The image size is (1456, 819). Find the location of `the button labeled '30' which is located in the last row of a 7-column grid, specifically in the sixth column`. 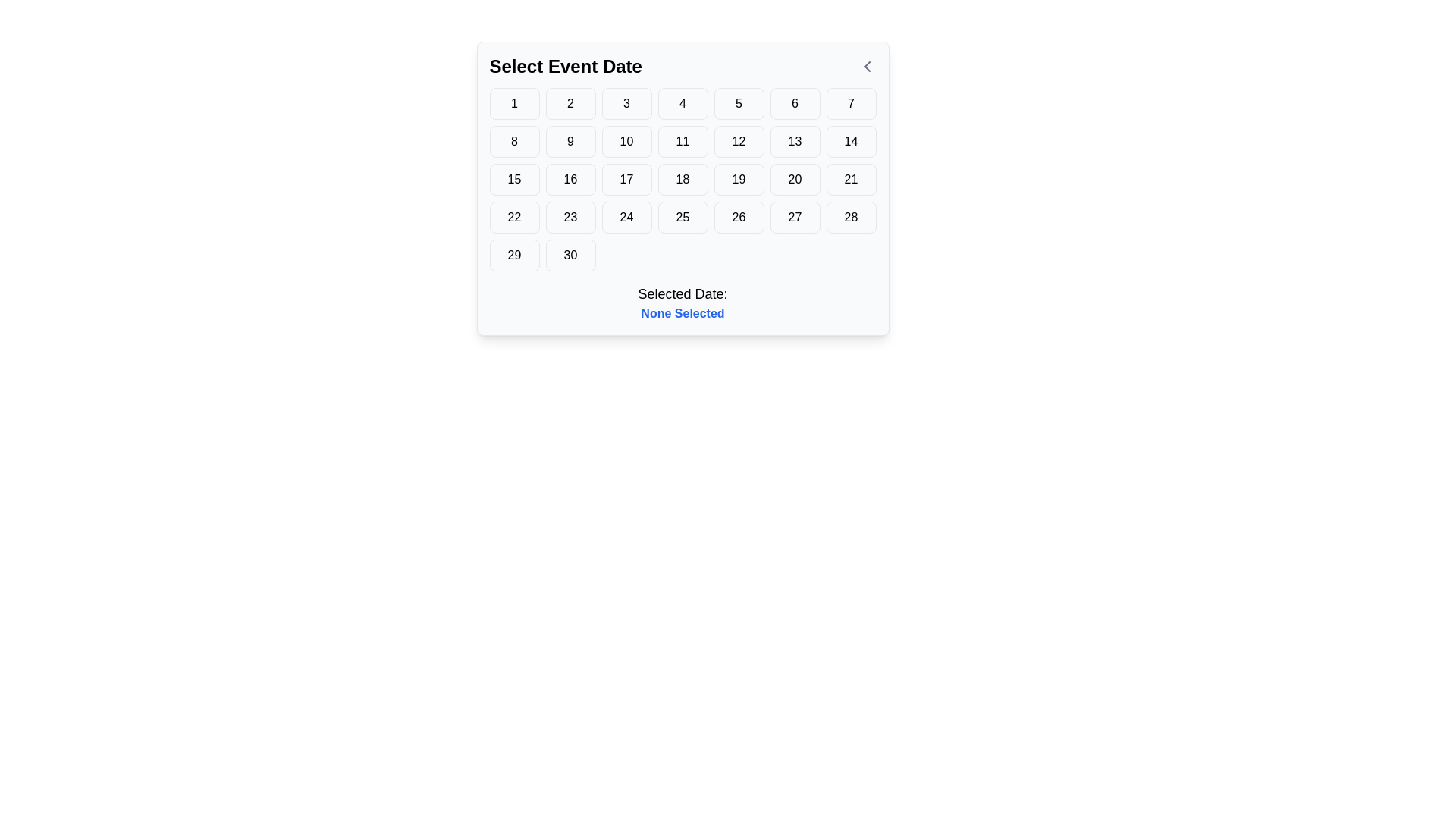

the button labeled '30' which is located in the last row of a 7-column grid, specifically in the sixth column is located at coordinates (570, 254).